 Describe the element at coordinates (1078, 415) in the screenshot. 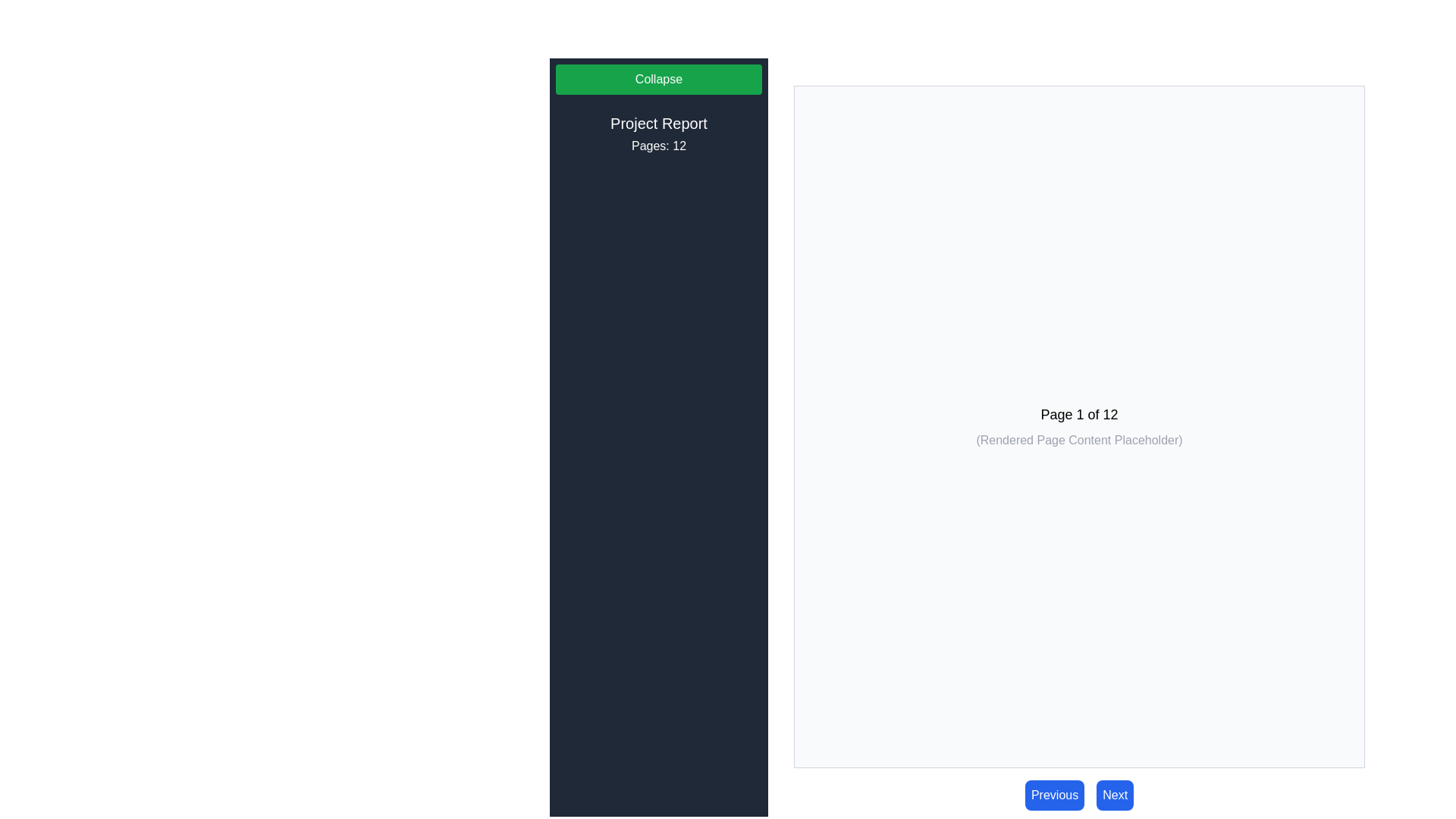

I see `the Text label that indicates the current page number in the central panel, which is positioned above the '(Rendered Page Content Placeholder)' element` at that location.